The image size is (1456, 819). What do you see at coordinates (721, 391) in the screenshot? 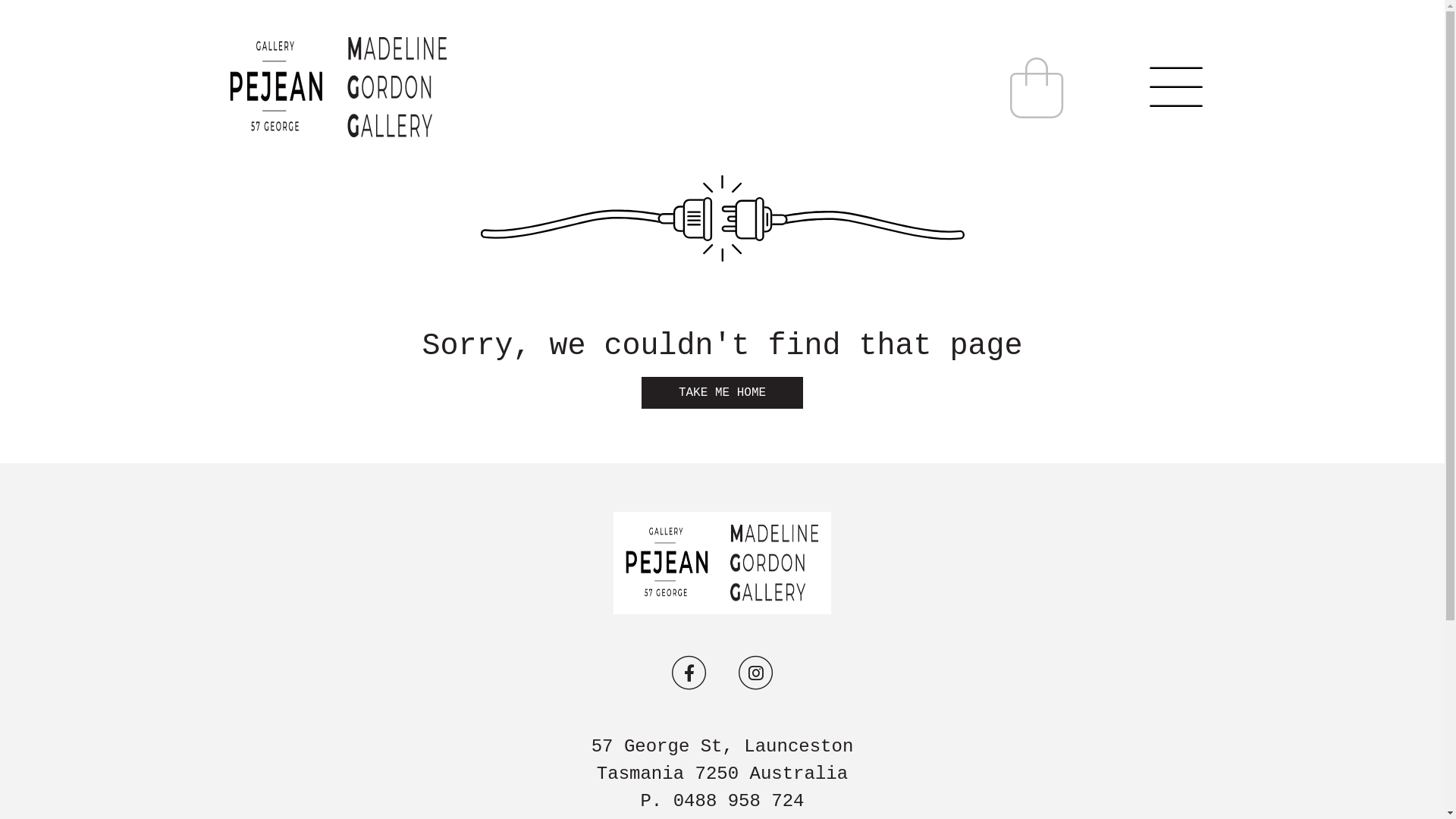
I see `'TAKE ME HOME'` at bounding box center [721, 391].